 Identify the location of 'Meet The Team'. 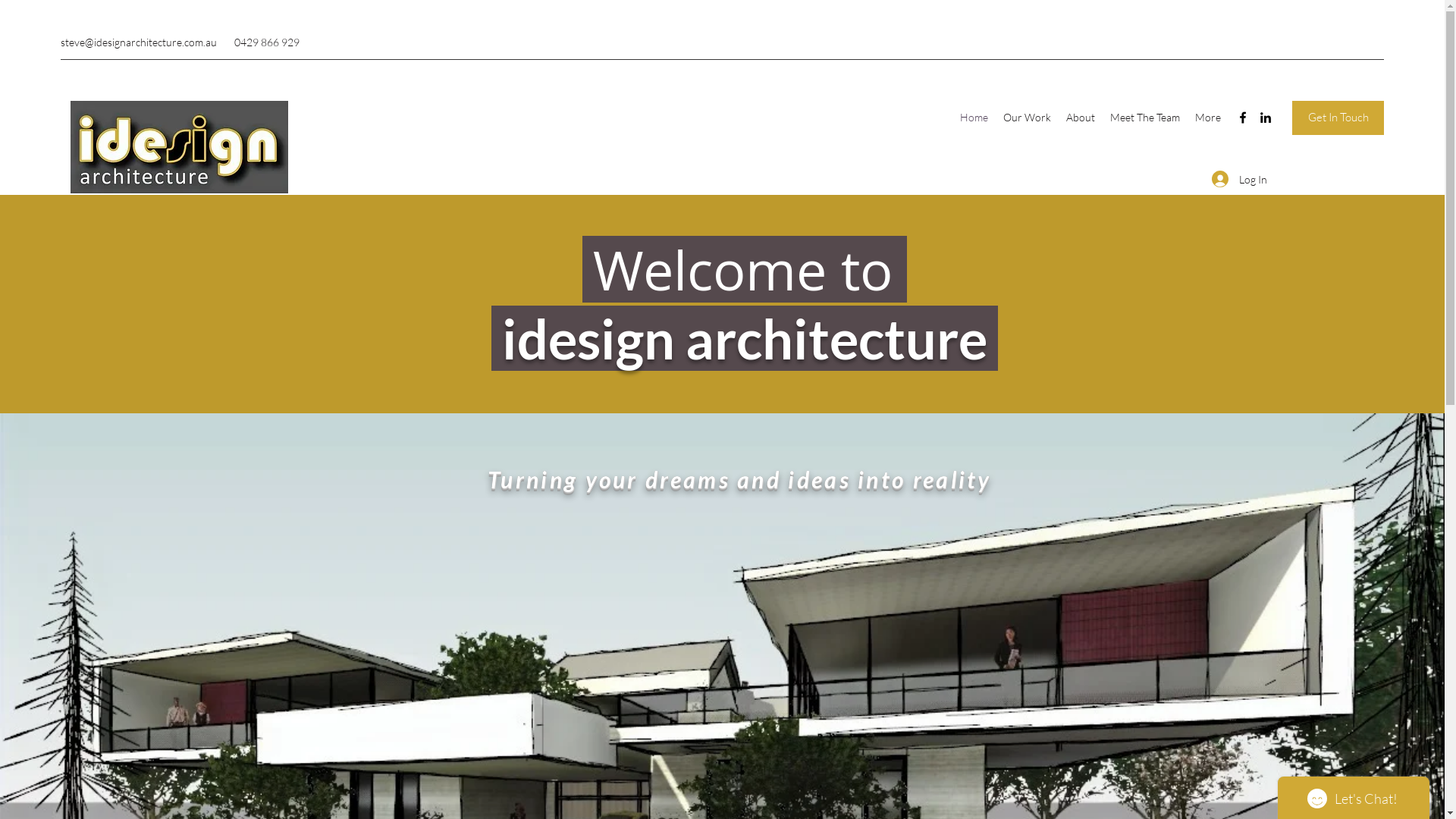
(1145, 116).